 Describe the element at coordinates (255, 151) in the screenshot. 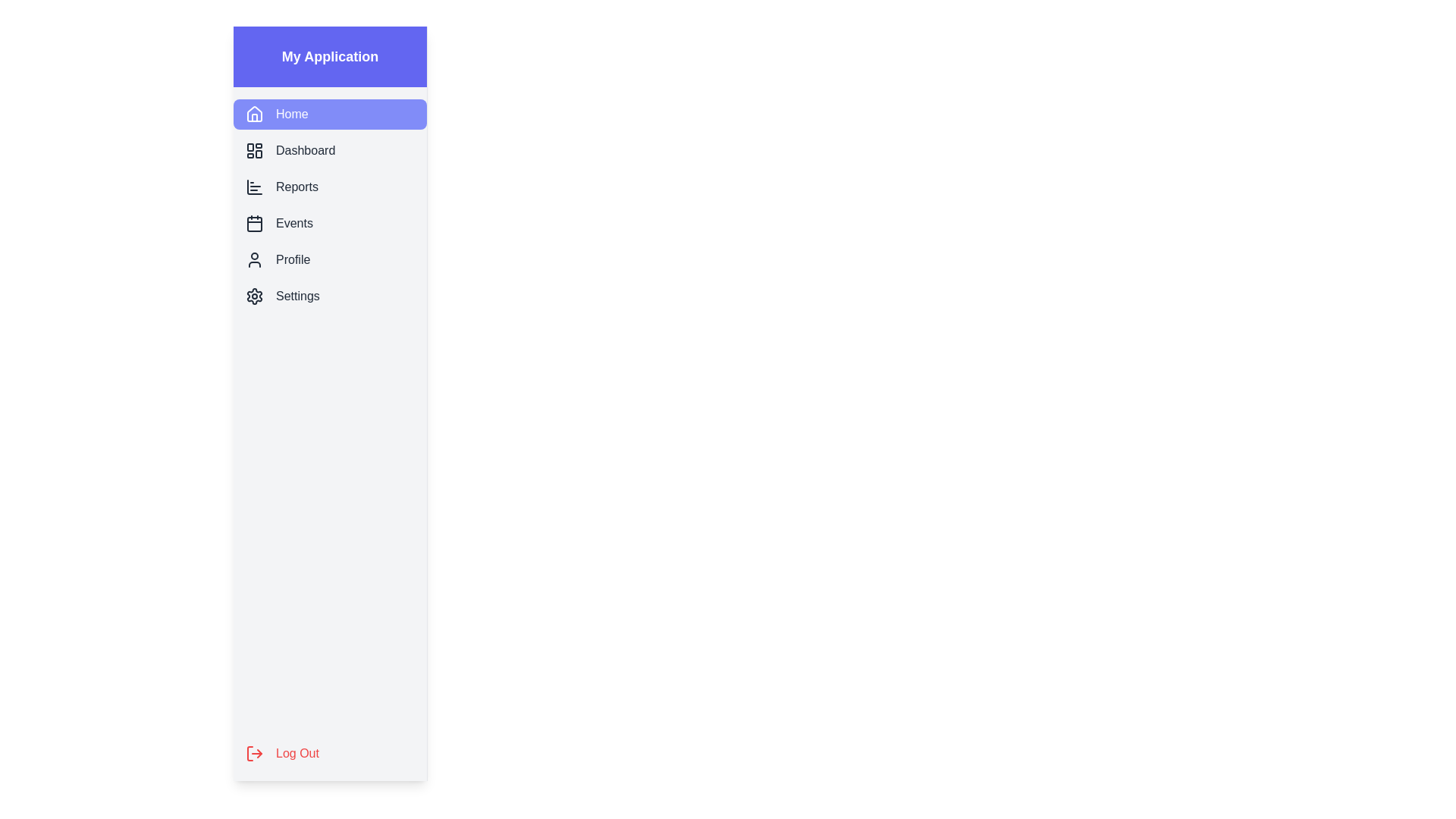

I see `the dashboard icon located to the left of the 'Dashboard' text in the second menu item of the vertical navigation panel` at that location.